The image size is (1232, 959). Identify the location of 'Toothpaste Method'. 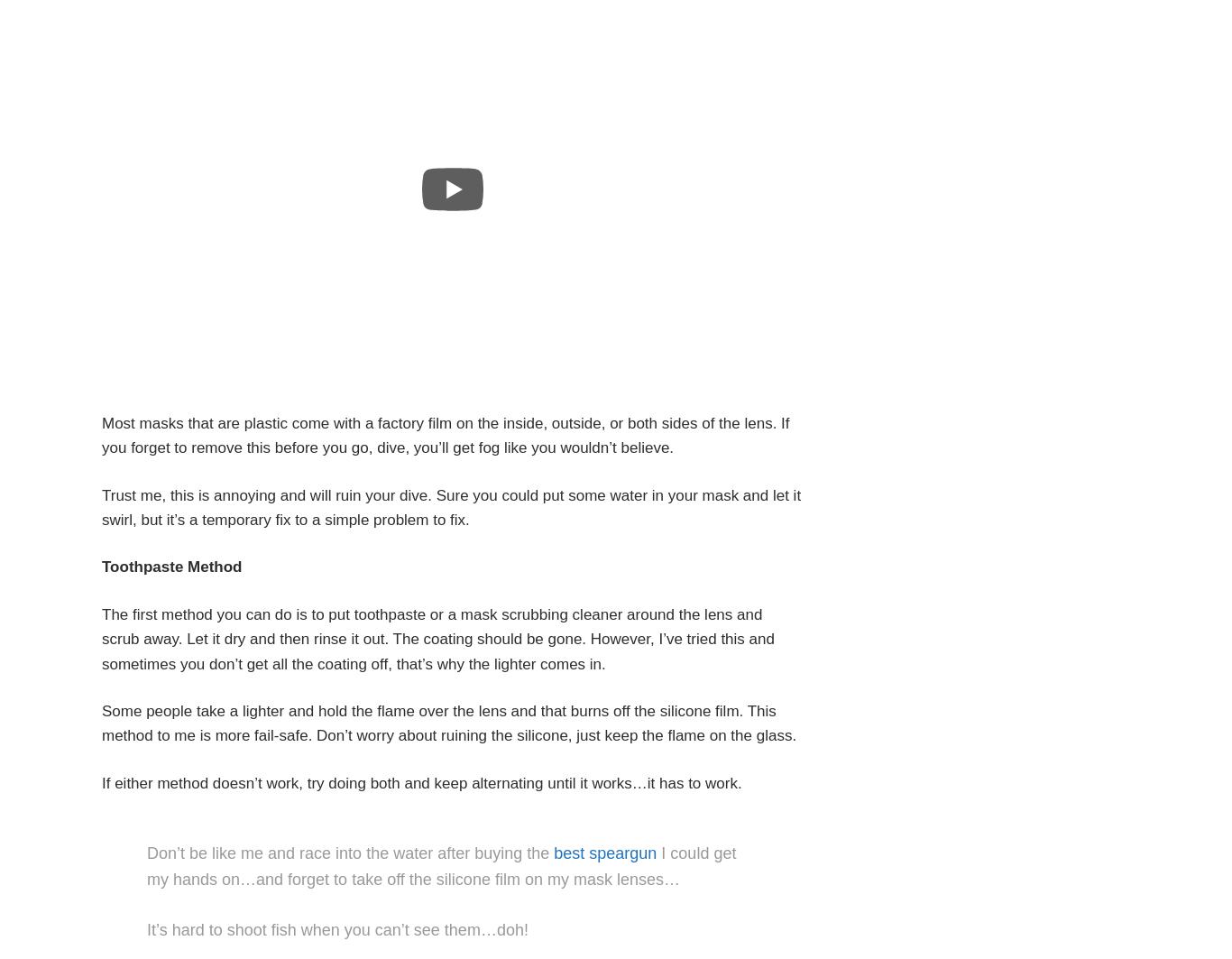
(170, 566).